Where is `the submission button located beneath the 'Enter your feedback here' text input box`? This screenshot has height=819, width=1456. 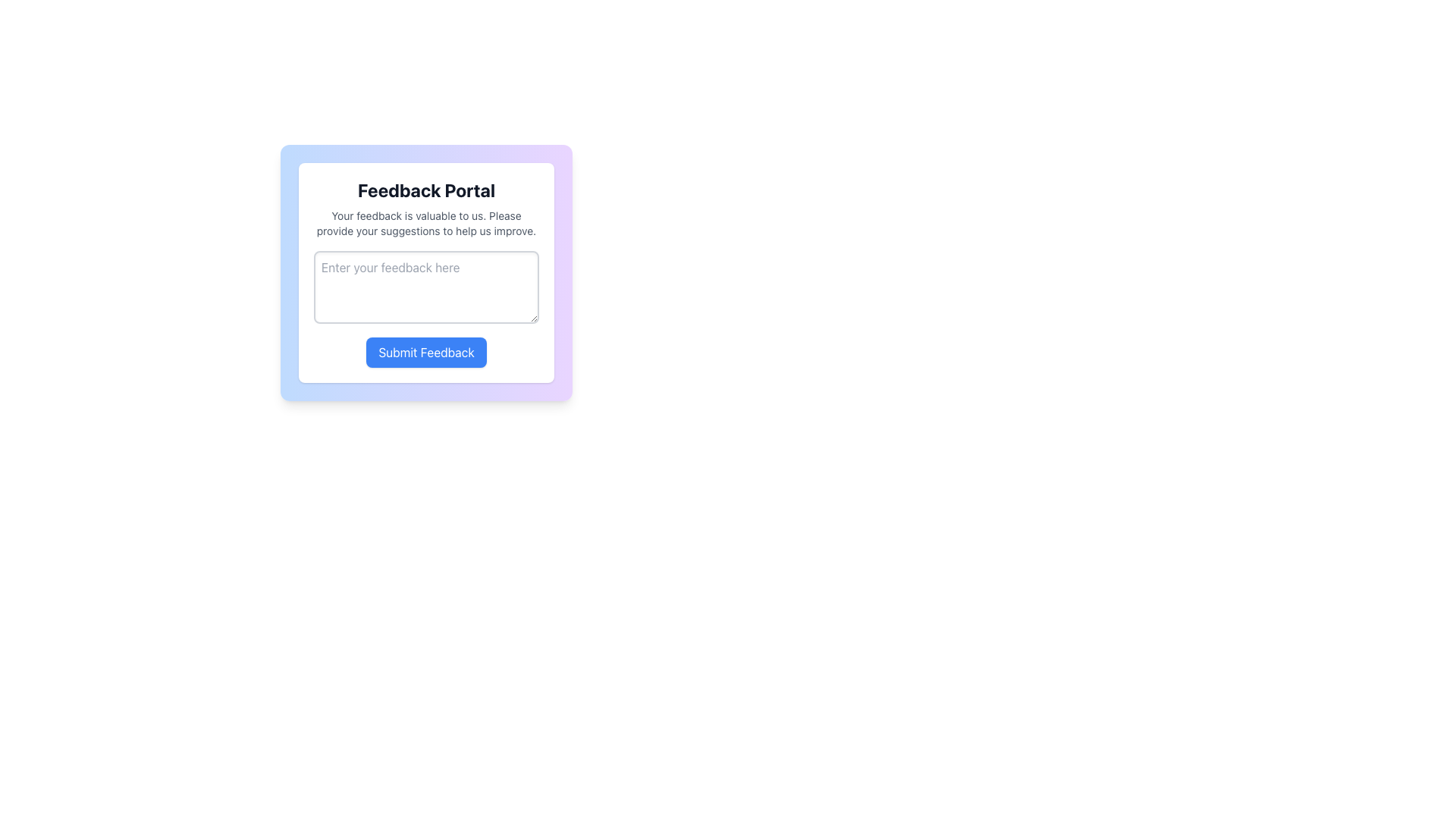
the submission button located beneath the 'Enter your feedback here' text input box is located at coordinates (425, 353).